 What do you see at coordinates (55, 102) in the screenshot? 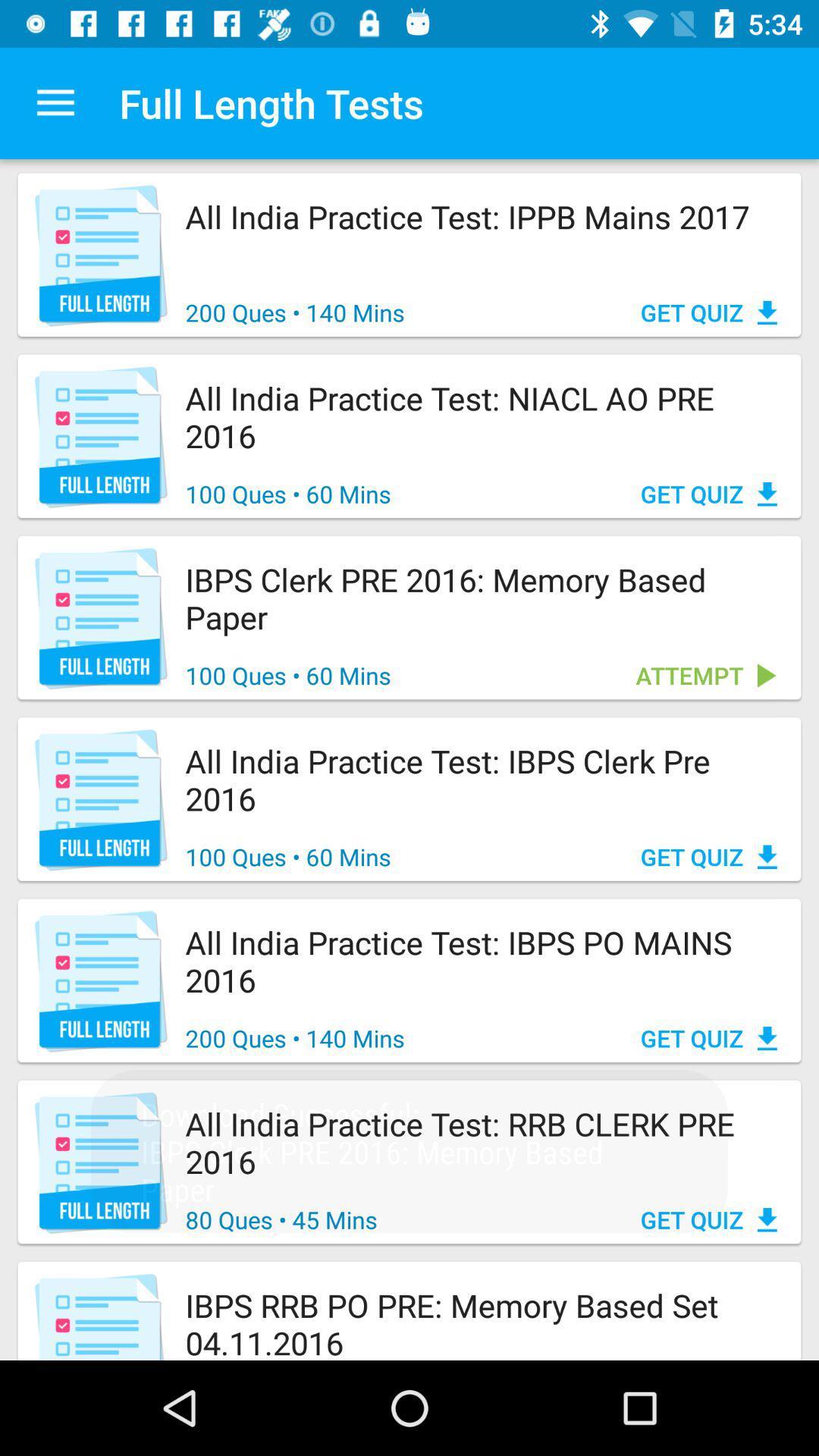
I see `the app to the left of the full length tests app` at bounding box center [55, 102].